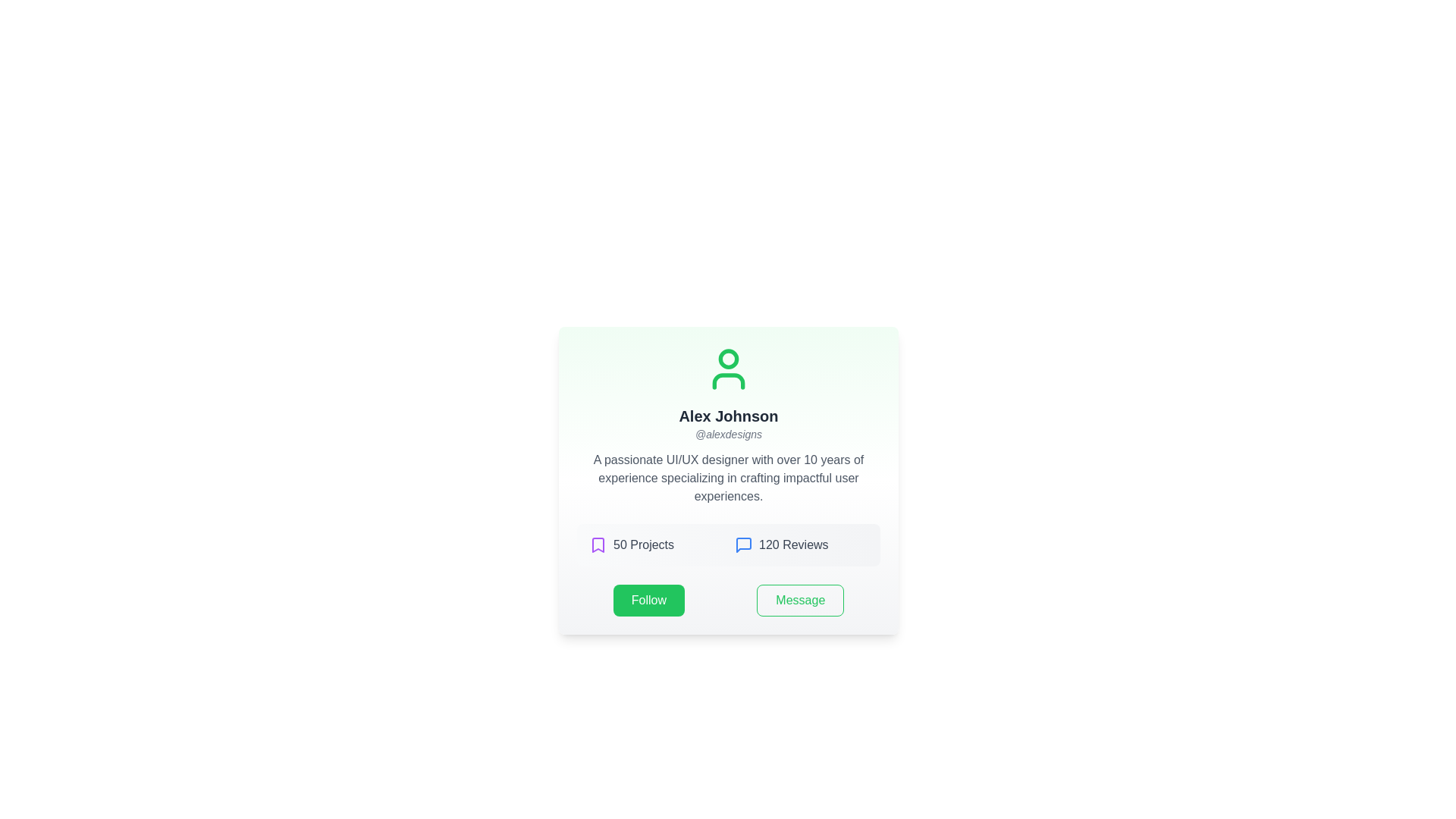 The height and width of the screenshot is (819, 1456). What do you see at coordinates (728, 369) in the screenshot?
I see `the profile icon located centrally at the top of the profile card, which serves as a decorative representation of the user's profile` at bounding box center [728, 369].